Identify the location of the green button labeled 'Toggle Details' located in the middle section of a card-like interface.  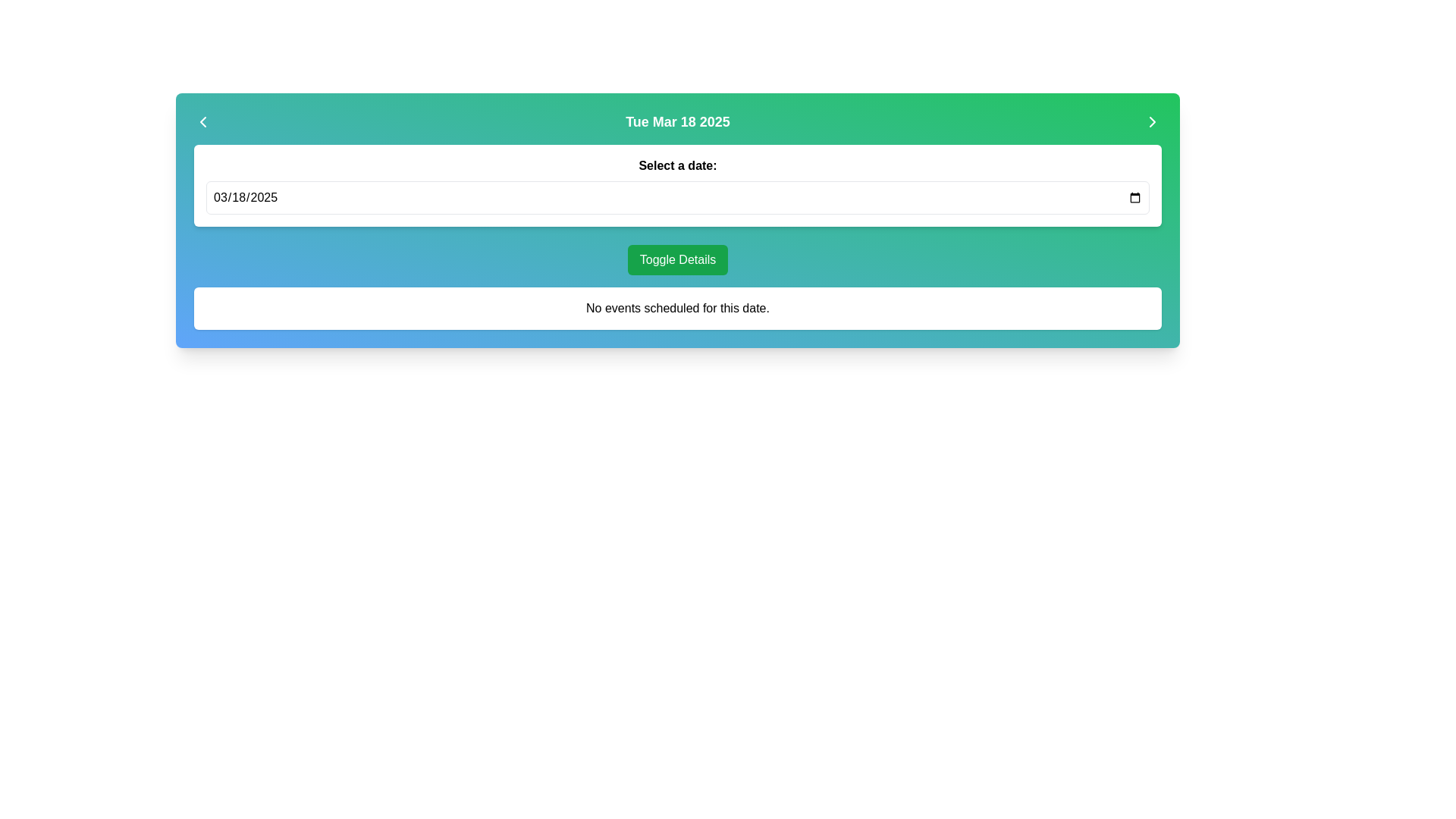
(676, 259).